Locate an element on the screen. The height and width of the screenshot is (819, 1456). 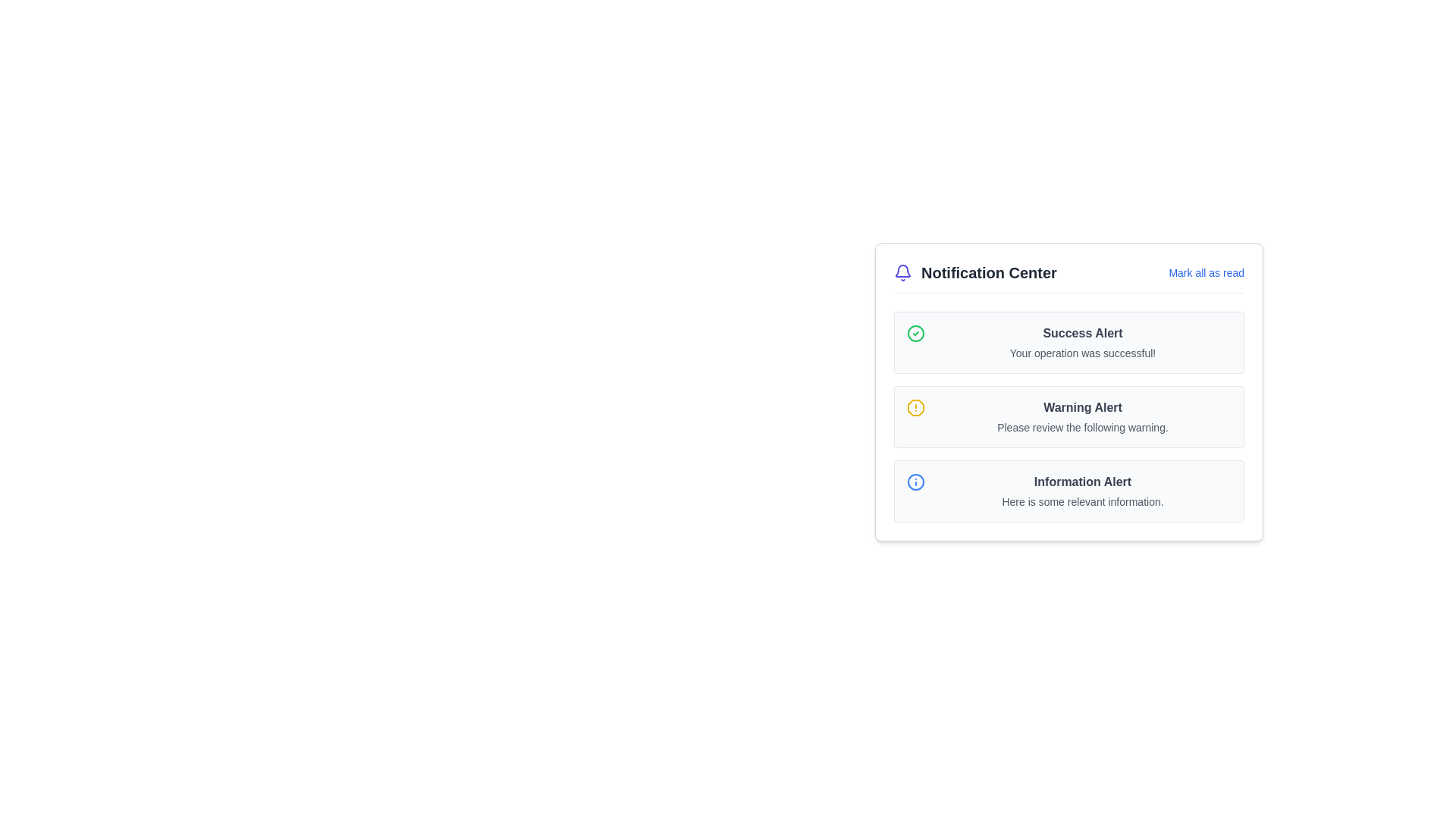
message from the first informational display card in the notification center panel, located in the top-left portion of the list is located at coordinates (1082, 342).